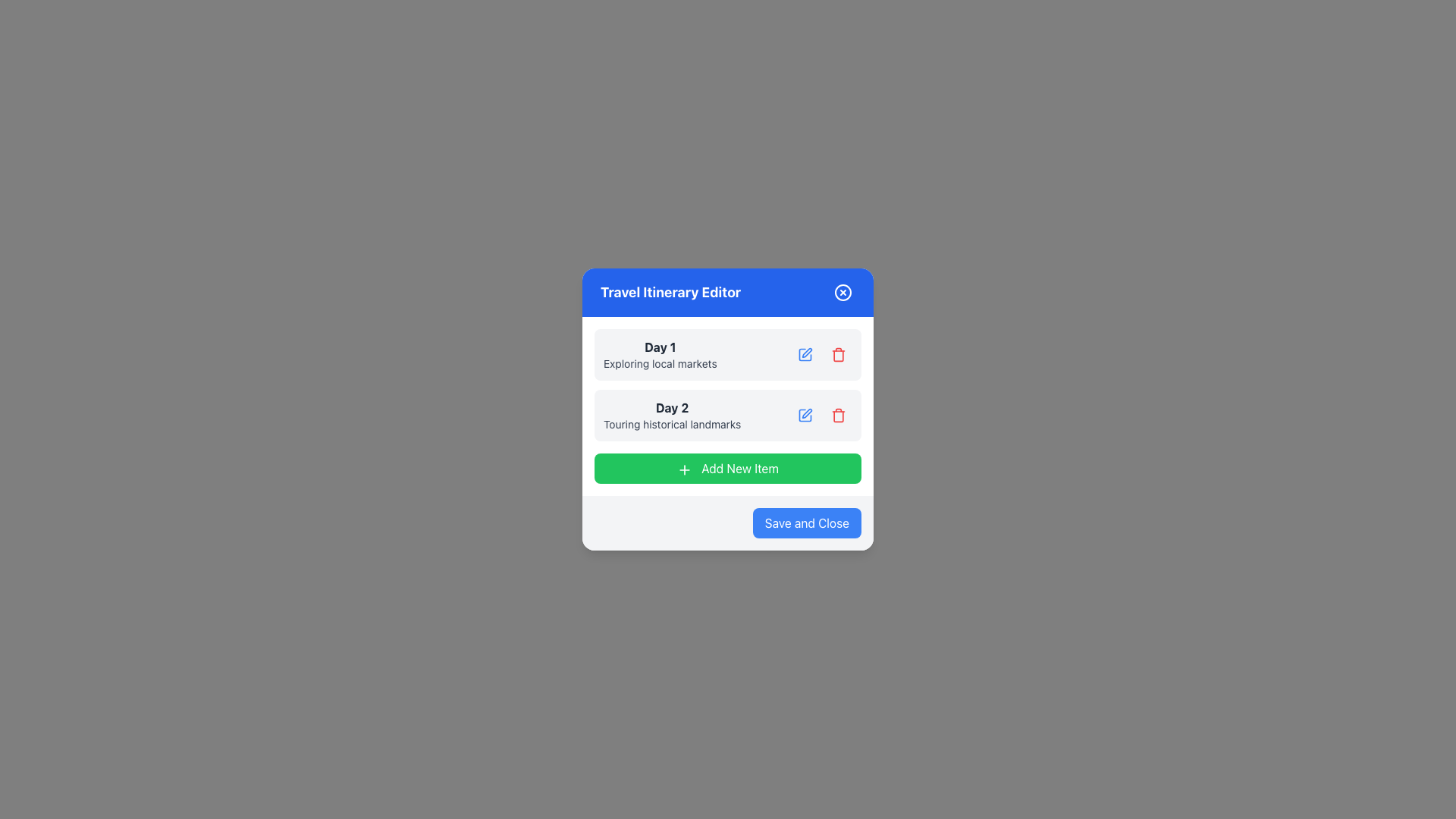  What do you see at coordinates (728, 467) in the screenshot?
I see `the 'Add New Item' button with a green background and white text located at the bottom of the 'Travel Itinerary Editor' panel` at bounding box center [728, 467].